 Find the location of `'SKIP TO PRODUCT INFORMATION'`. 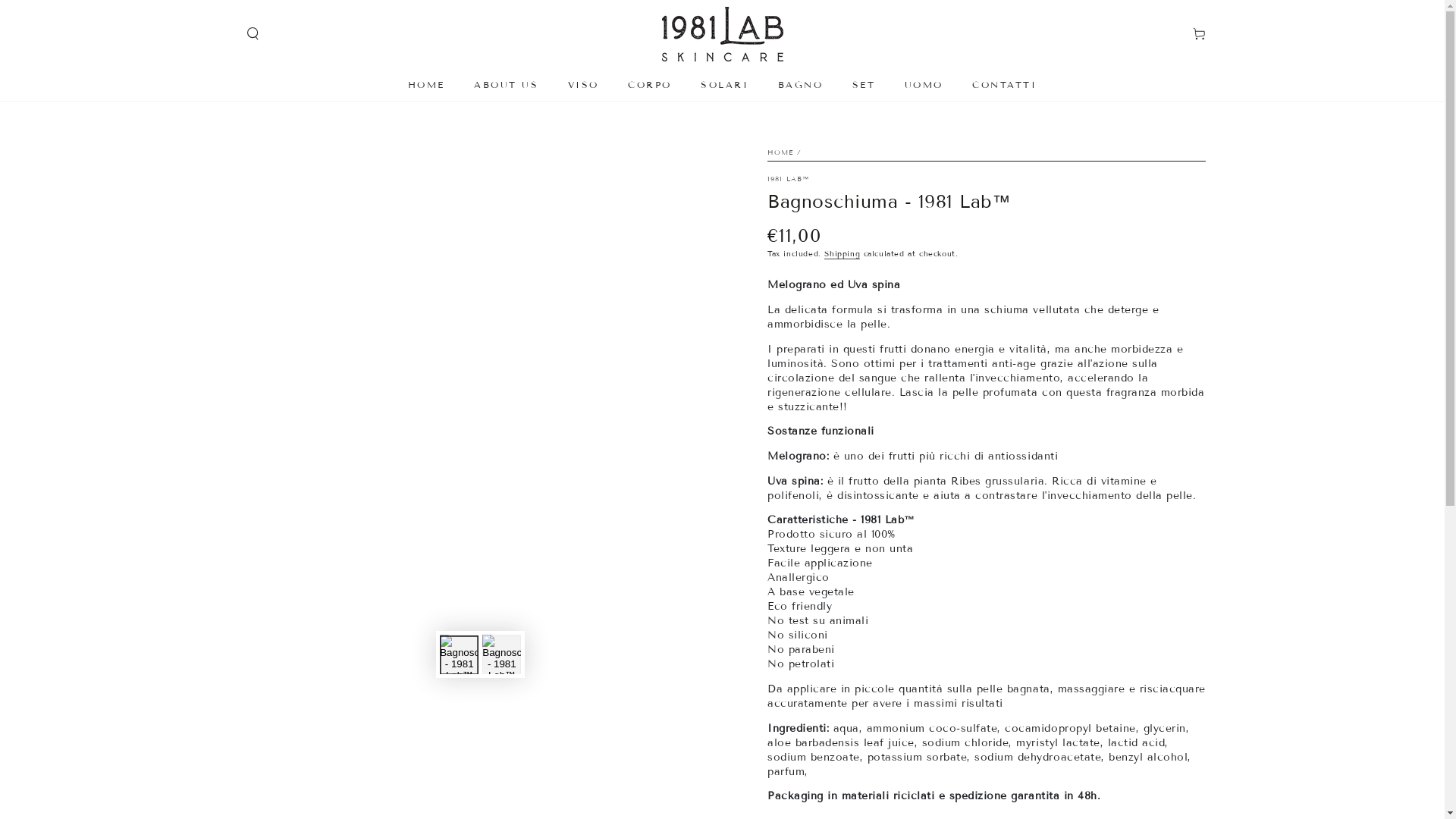

'SKIP TO PRODUCT INFORMATION' is located at coordinates (315, 143).